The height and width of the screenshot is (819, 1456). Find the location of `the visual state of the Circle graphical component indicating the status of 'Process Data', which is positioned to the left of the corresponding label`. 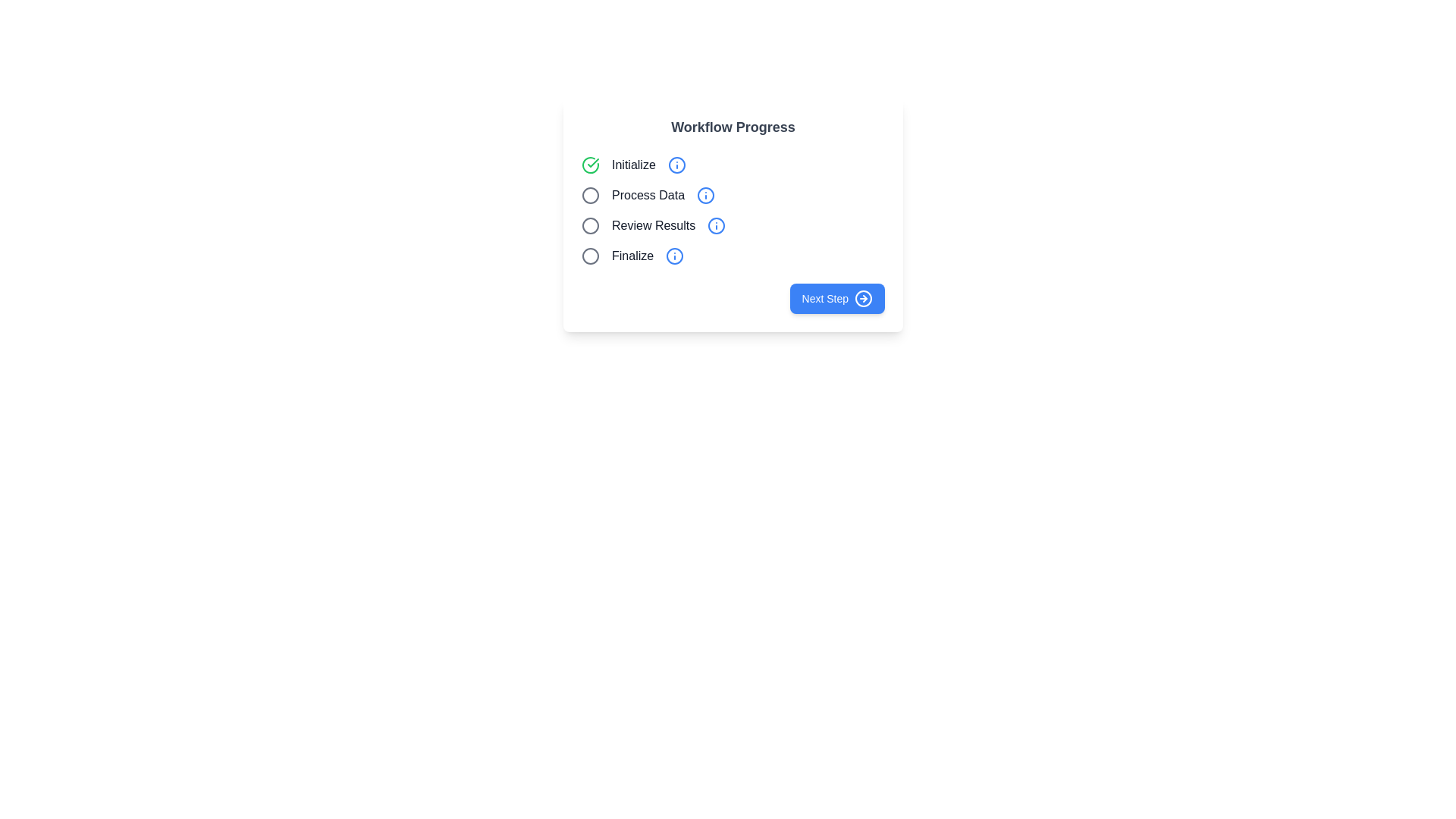

the visual state of the Circle graphical component indicating the status of 'Process Data', which is positioned to the left of the corresponding label is located at coordinates (589, 195).